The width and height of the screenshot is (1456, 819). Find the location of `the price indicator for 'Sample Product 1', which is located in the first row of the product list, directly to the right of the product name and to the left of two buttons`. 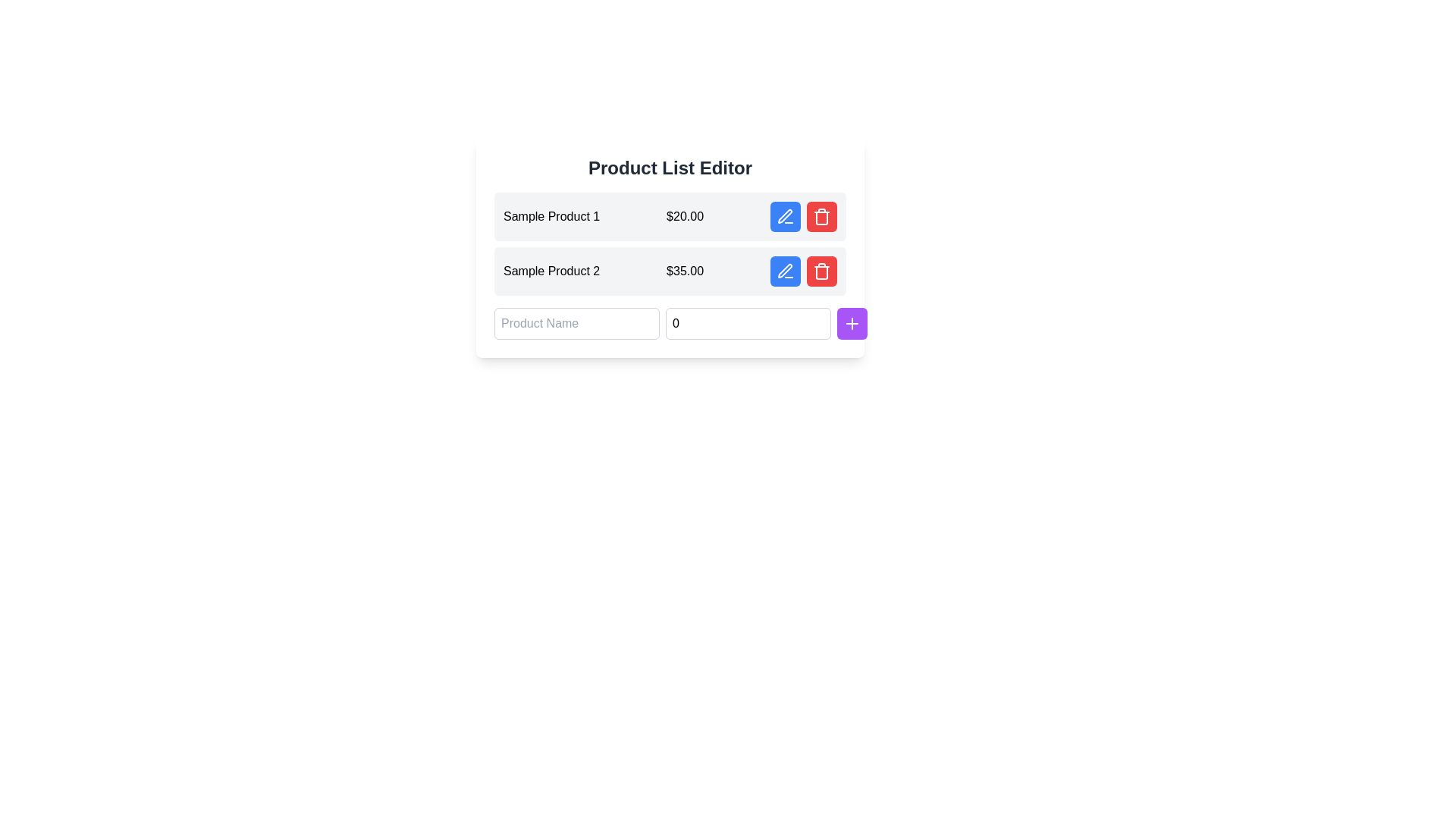

the price indicator for 'Sample Product 1', which is located in the first row of the product list, directly to the right of the product name and to the left of two buttons is located at coordinates (684, 216).